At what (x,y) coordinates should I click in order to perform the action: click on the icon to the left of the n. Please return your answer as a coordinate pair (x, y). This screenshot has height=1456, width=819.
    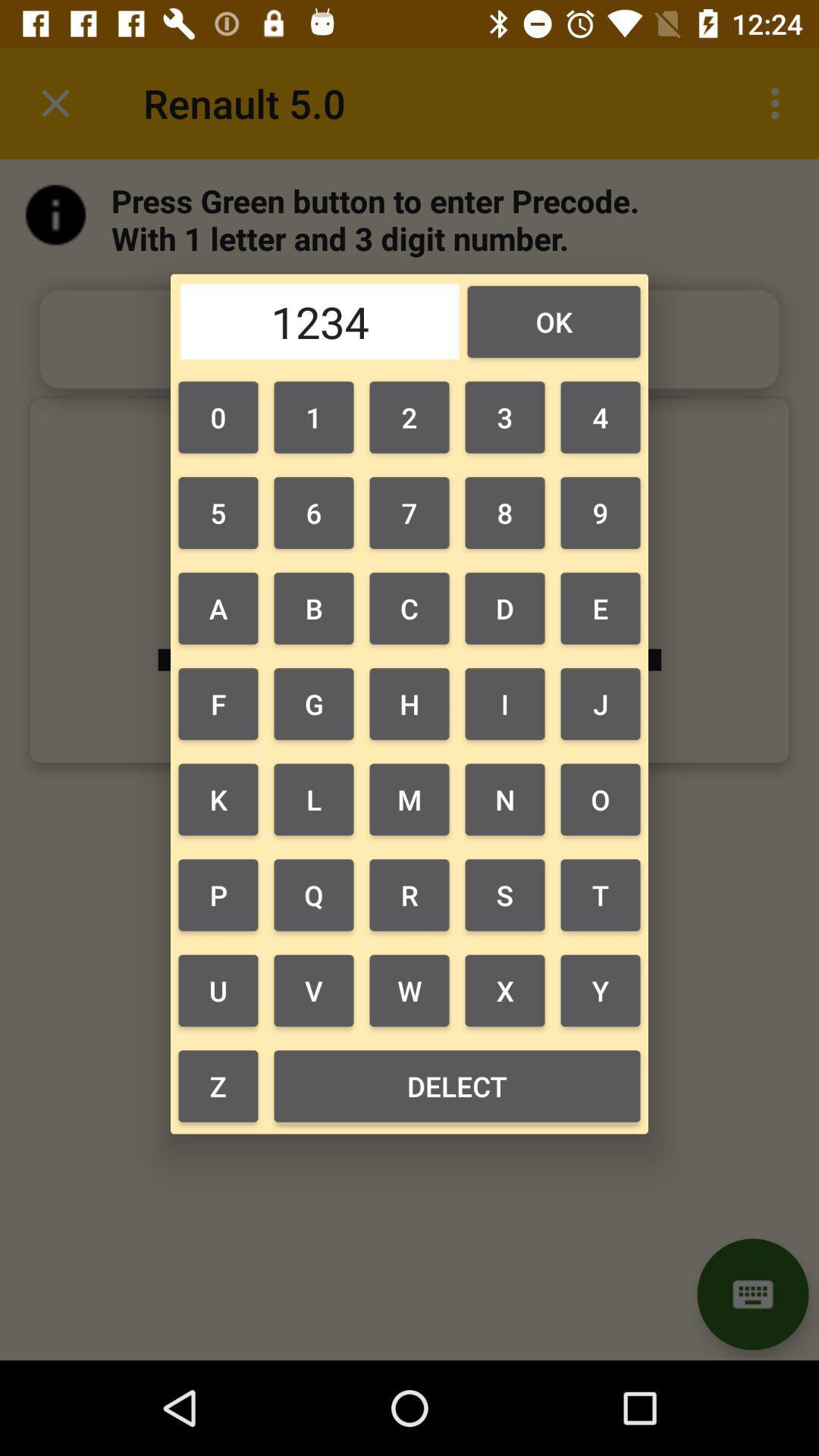
    Looking at the image, I should click on (409, 895).